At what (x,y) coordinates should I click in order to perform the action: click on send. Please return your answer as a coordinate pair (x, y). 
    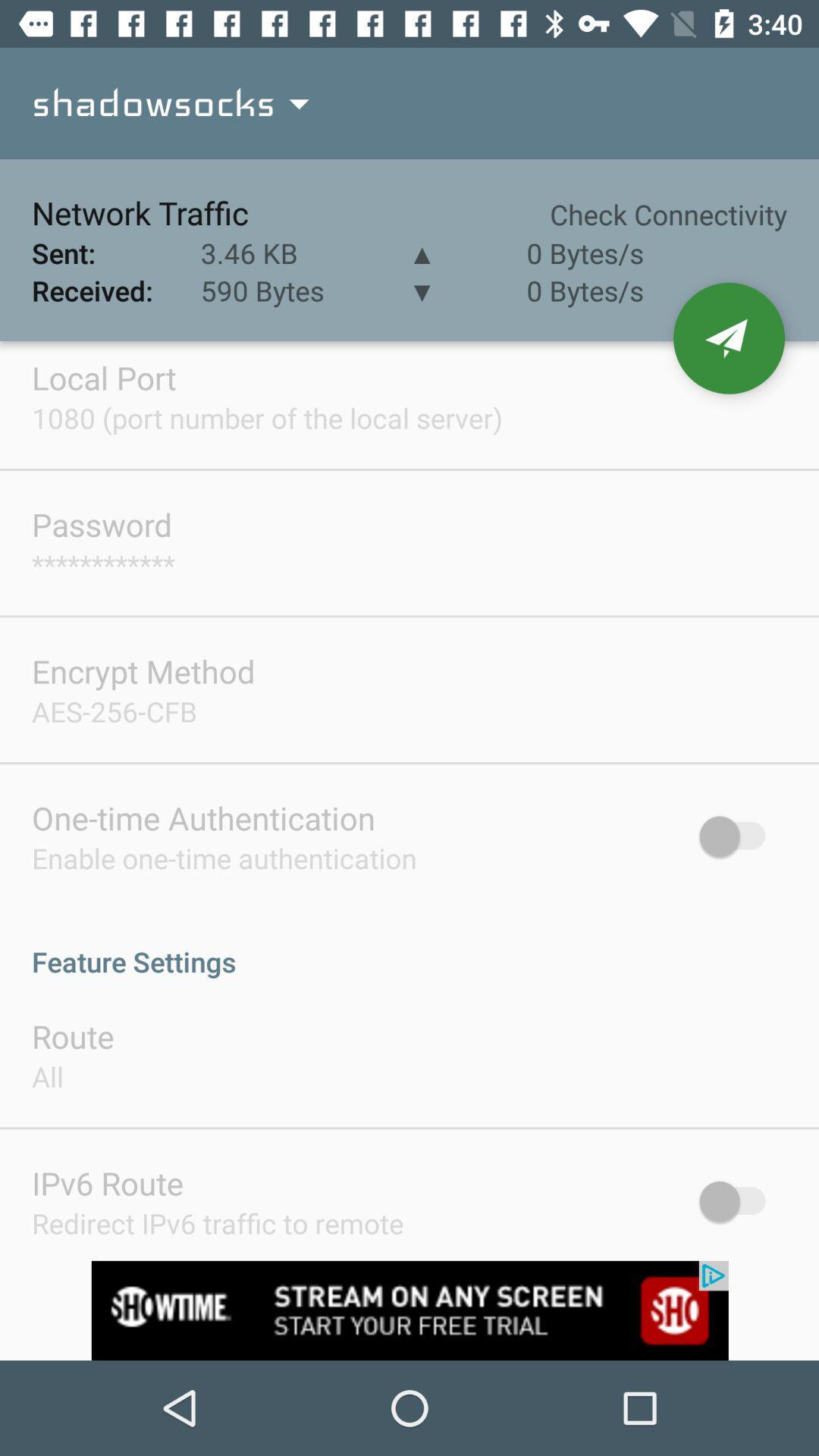
    Looking at the image, I should click on (728, 337).